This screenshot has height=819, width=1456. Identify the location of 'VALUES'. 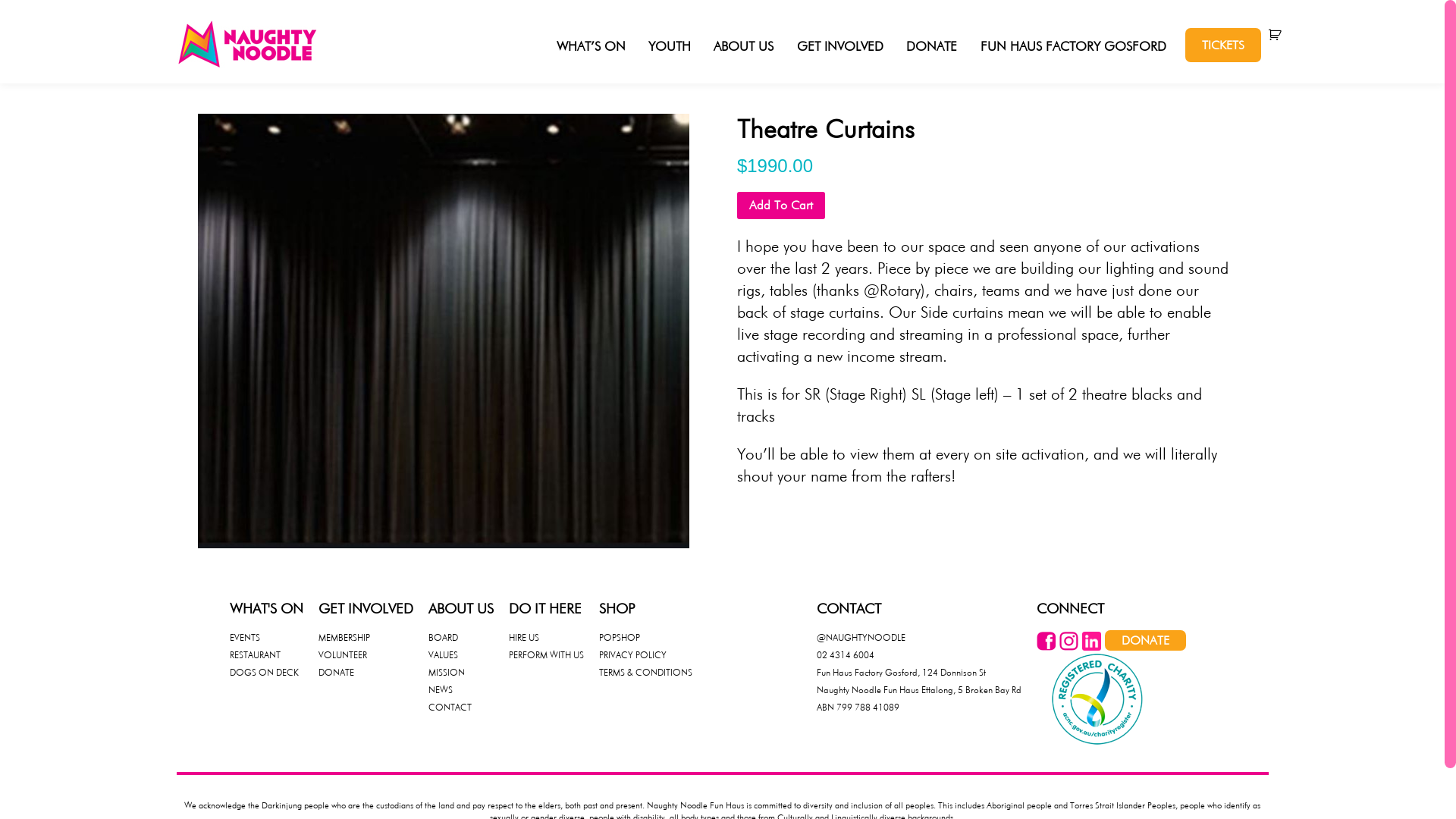
(441, 654).